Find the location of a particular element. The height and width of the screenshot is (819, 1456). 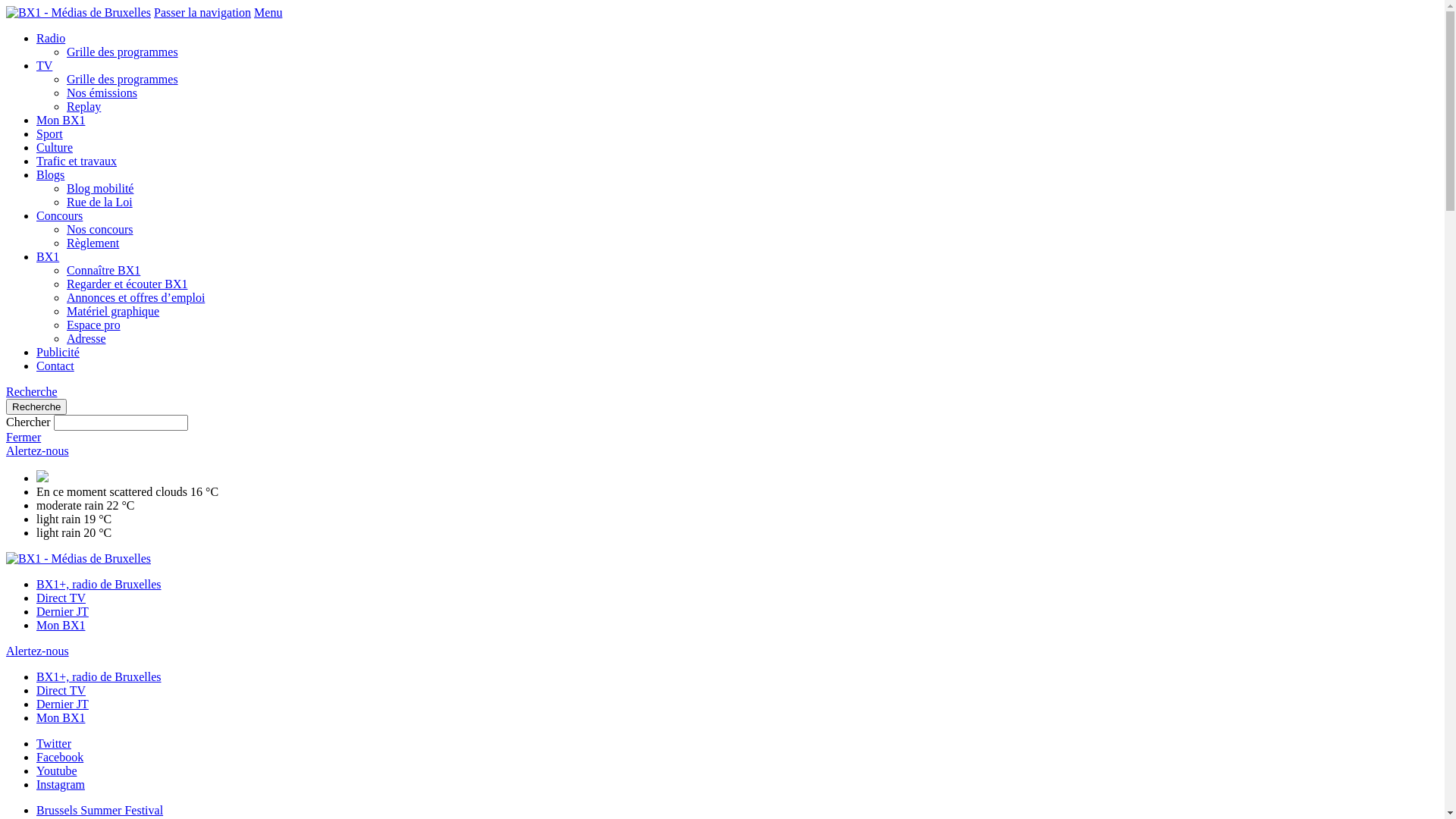

'Alertez-nous' is located at coordinates (37, 450).